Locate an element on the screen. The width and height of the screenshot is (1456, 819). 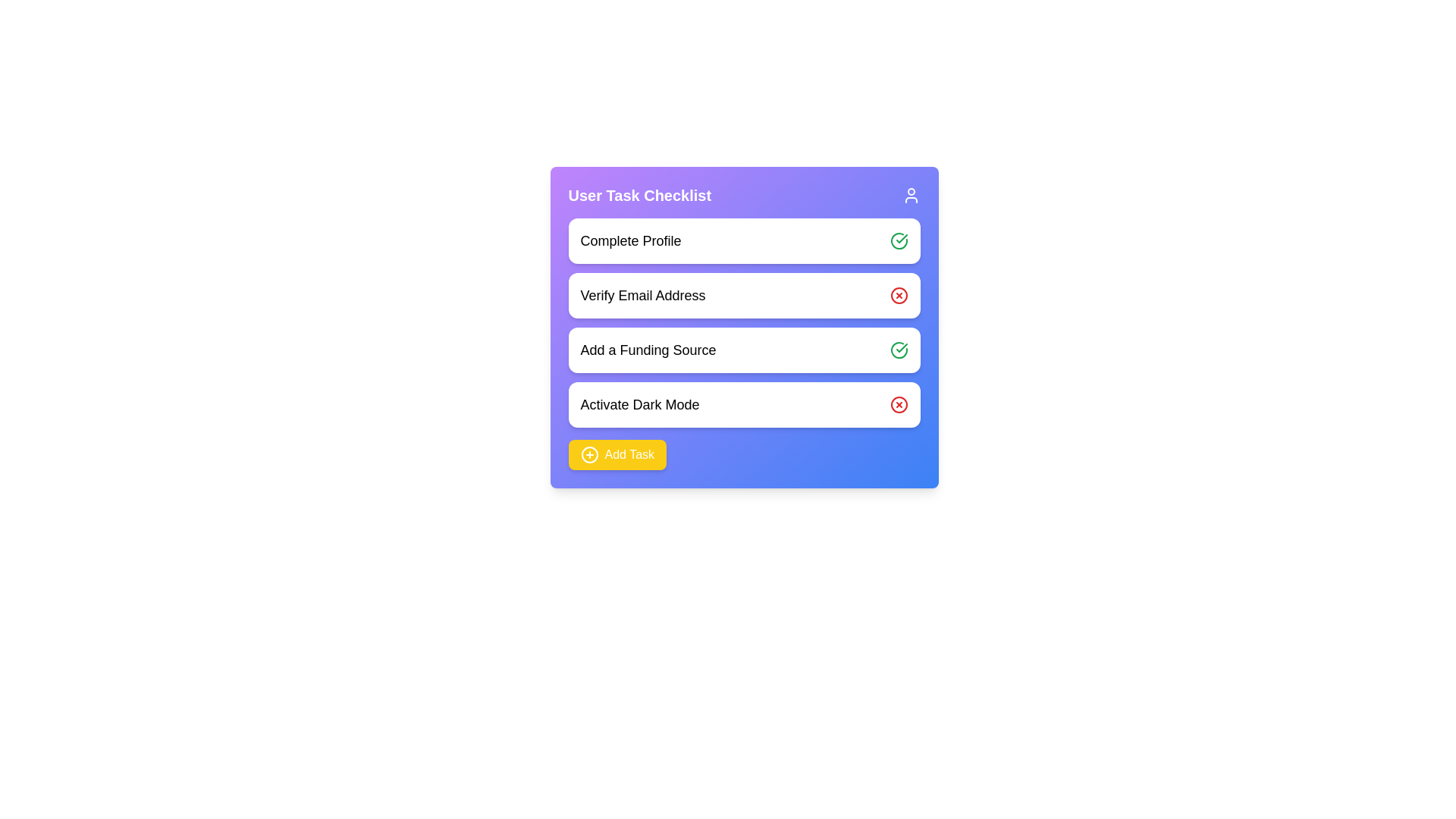
the second item in the User Task Checklist, which is the task to verify the user's email address is located at coordinates (744, 322).